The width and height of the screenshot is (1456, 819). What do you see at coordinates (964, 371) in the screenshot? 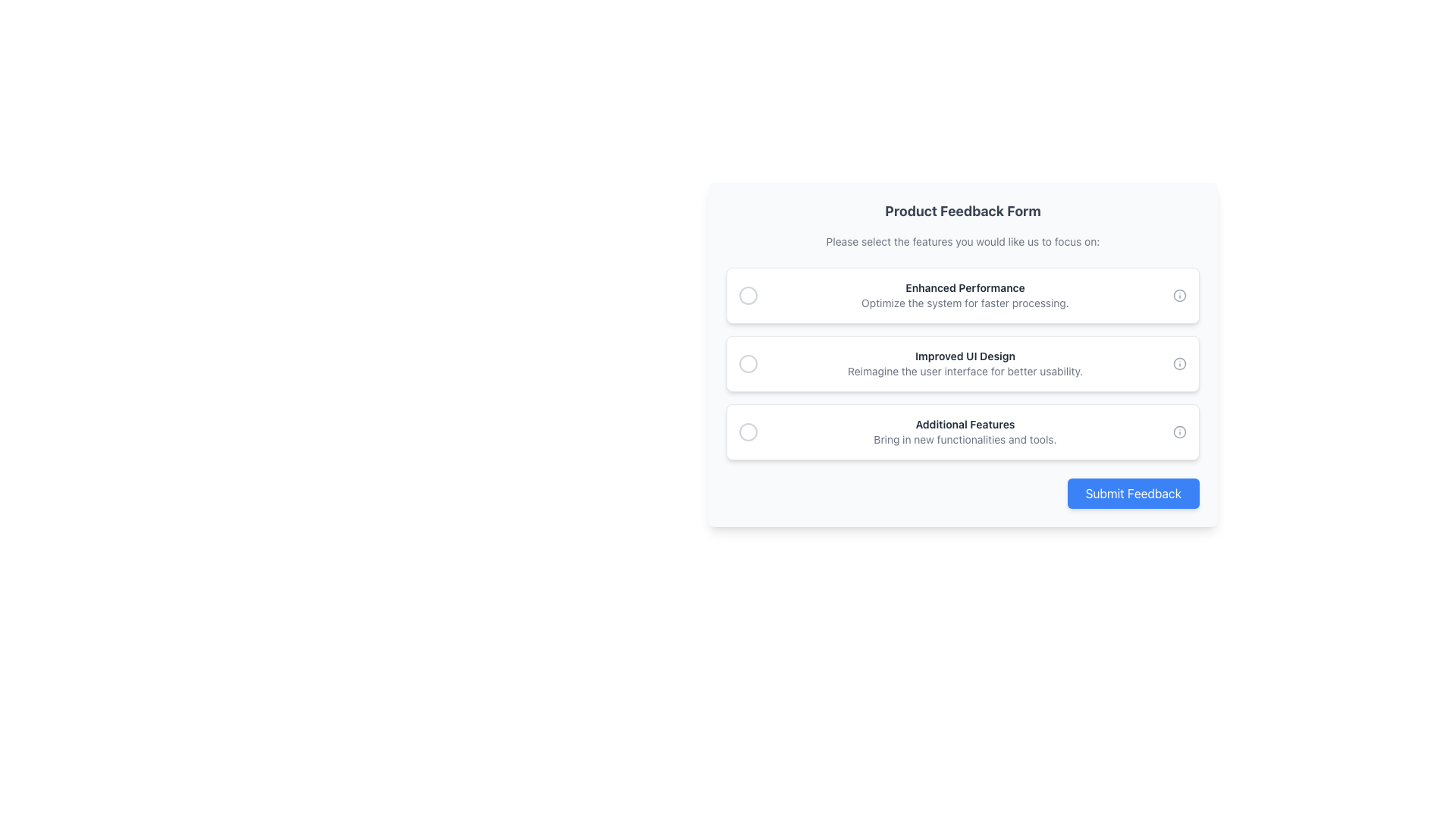
I see `the non-interactive text label that provides additional information about the 'Improved UI Design' option, located below the bold title in the feedback topics list` at bounding box center [964, 371].